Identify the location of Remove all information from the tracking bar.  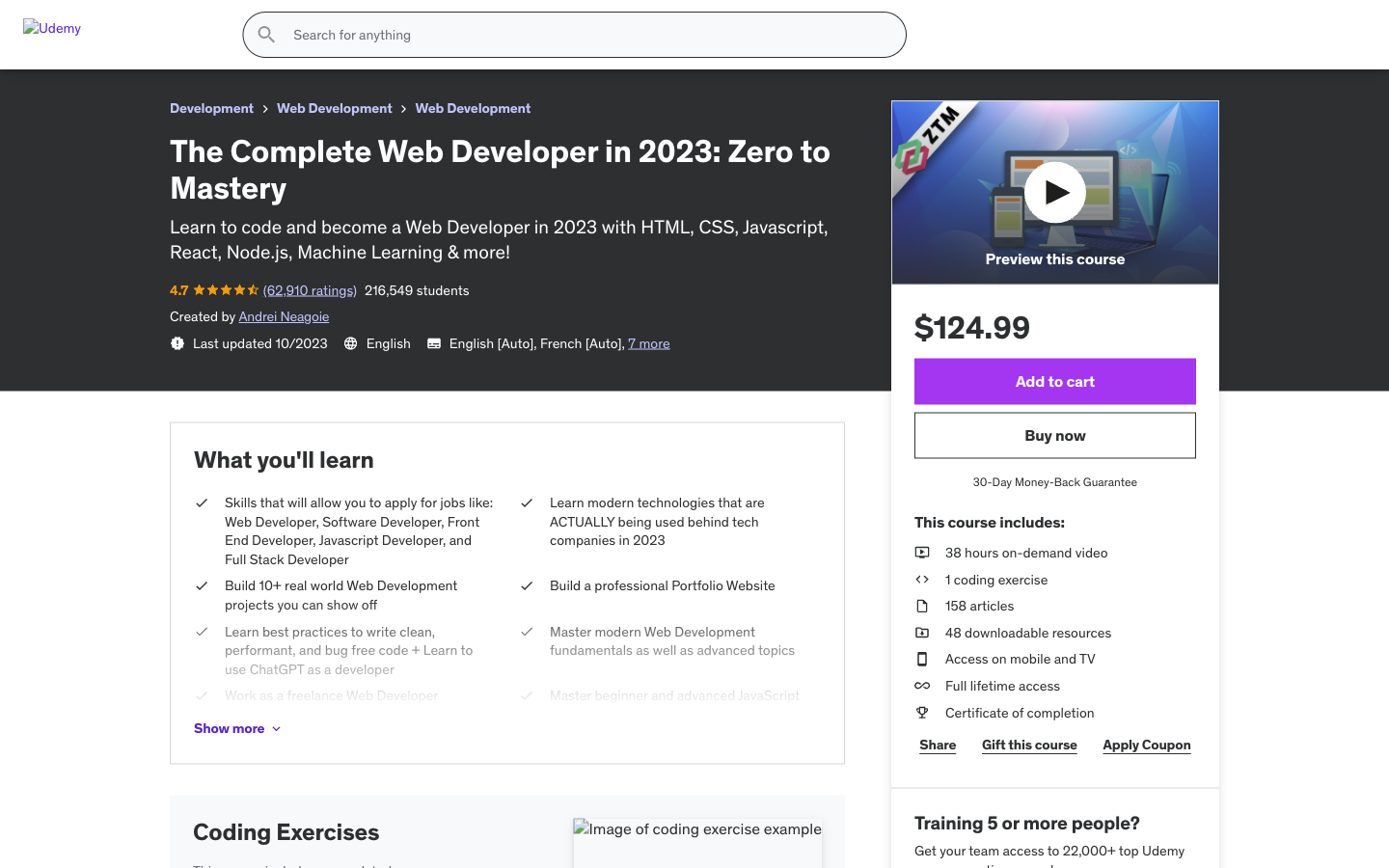
(568, 335).